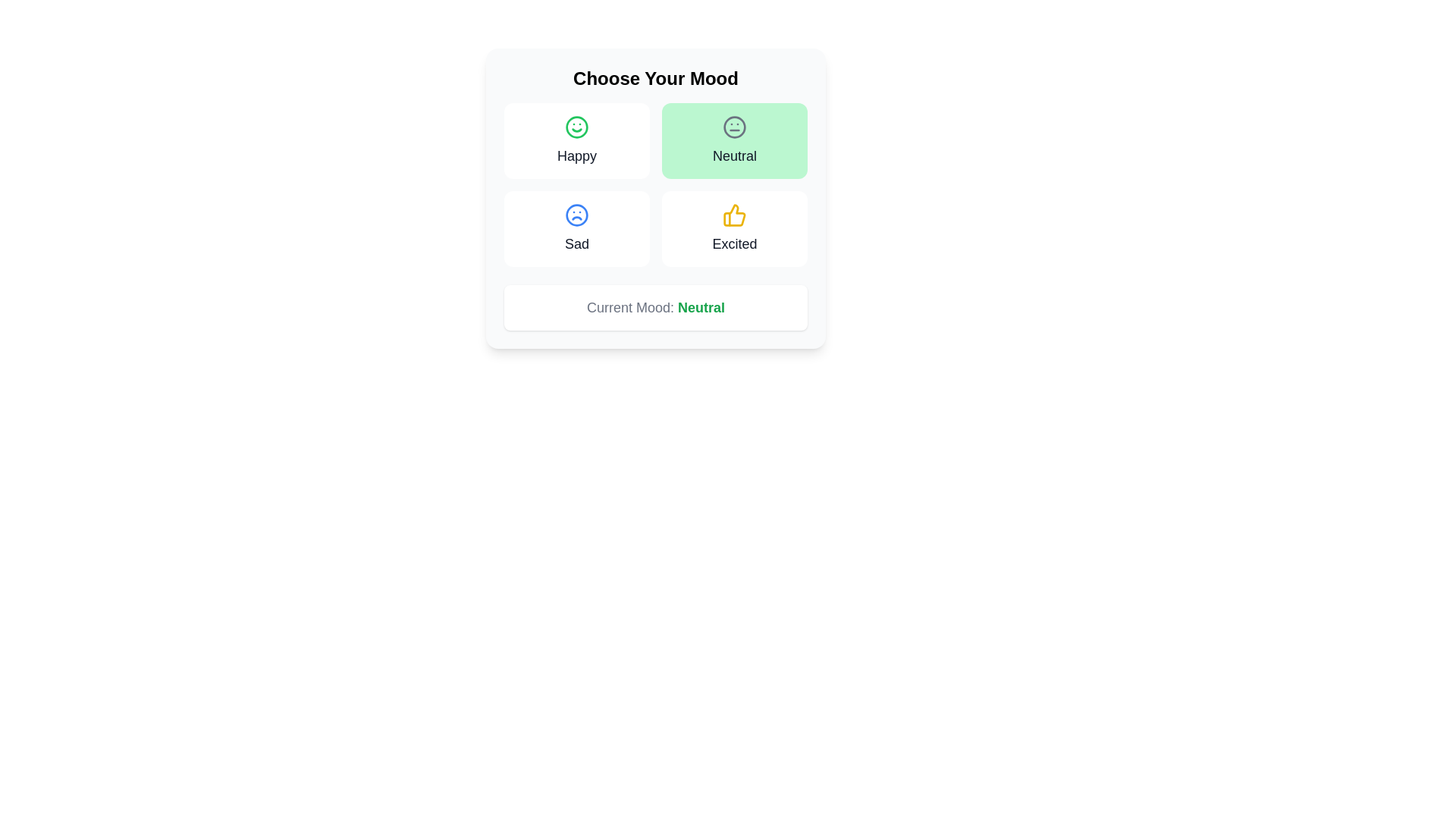 This screenshot has width=1456, height=819. Describe the element at coordinates (655, 198) in the screenshot. I see `the mood option within the Card UI element that allows users` at that location.